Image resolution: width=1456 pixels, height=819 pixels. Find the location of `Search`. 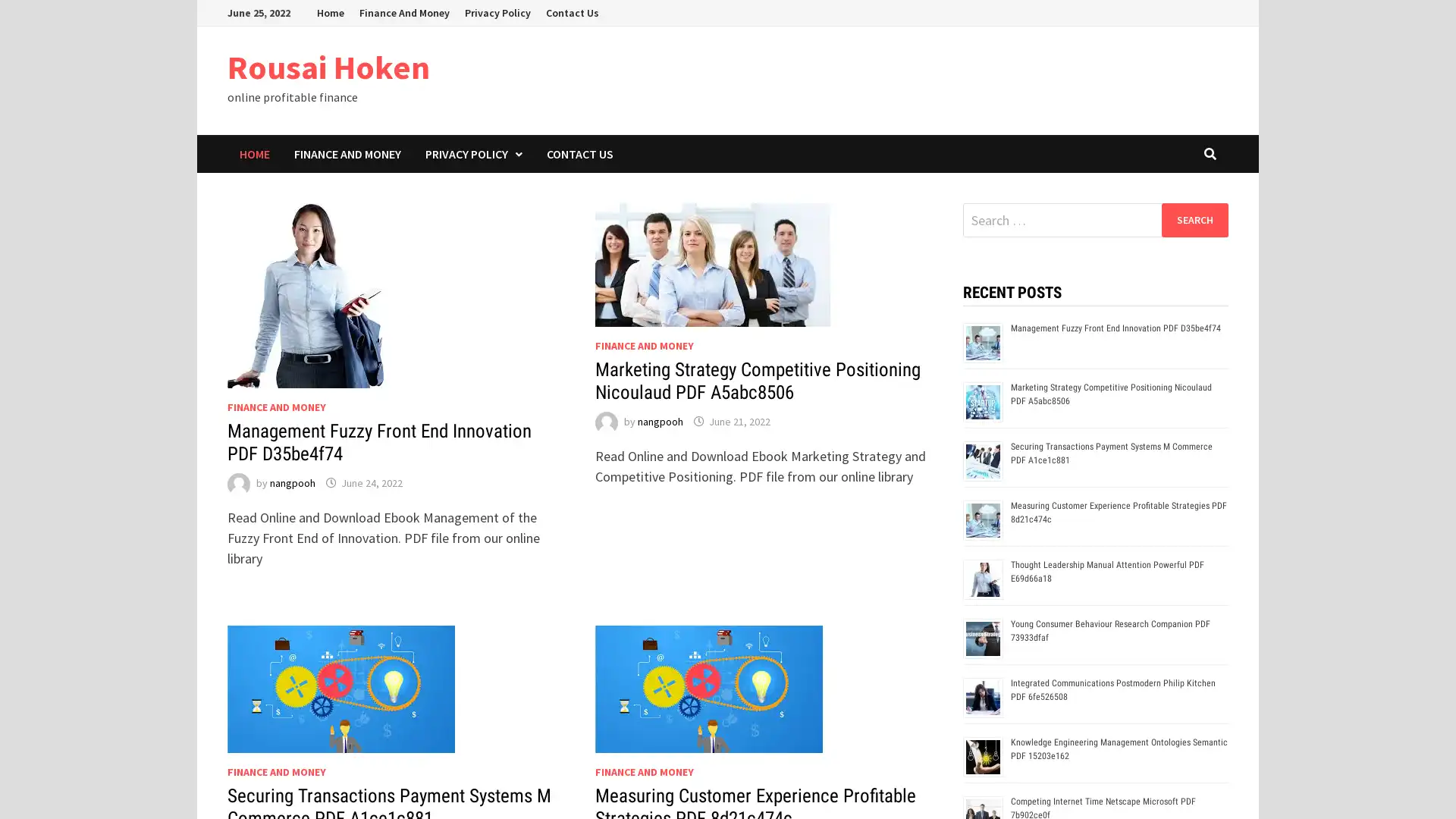

Search is located at coordinates (1194, 219).